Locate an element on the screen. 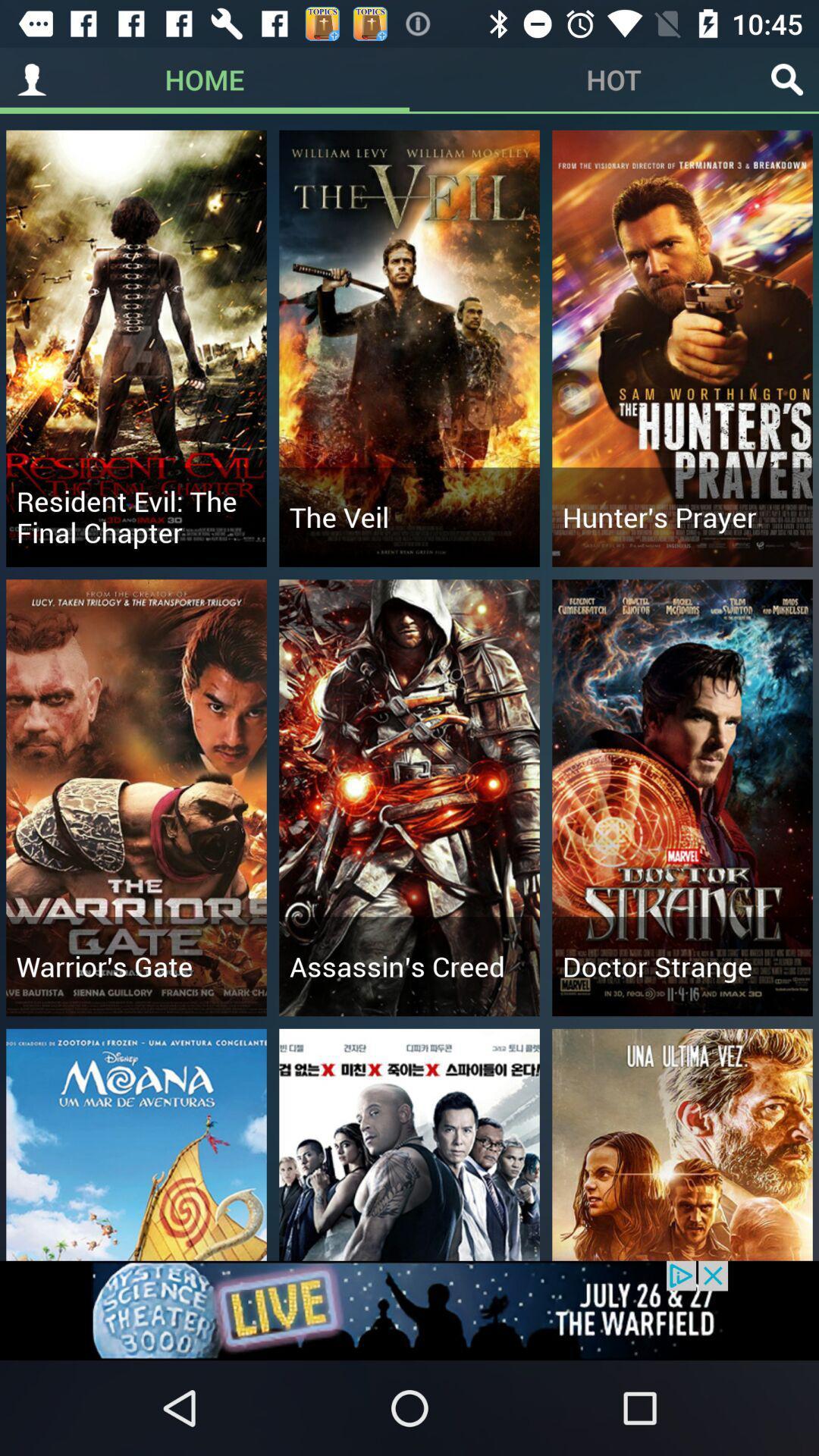 The width and height of the screenshot is (819, 1456). image below doctor strange is located at coordinates (681, 1145).